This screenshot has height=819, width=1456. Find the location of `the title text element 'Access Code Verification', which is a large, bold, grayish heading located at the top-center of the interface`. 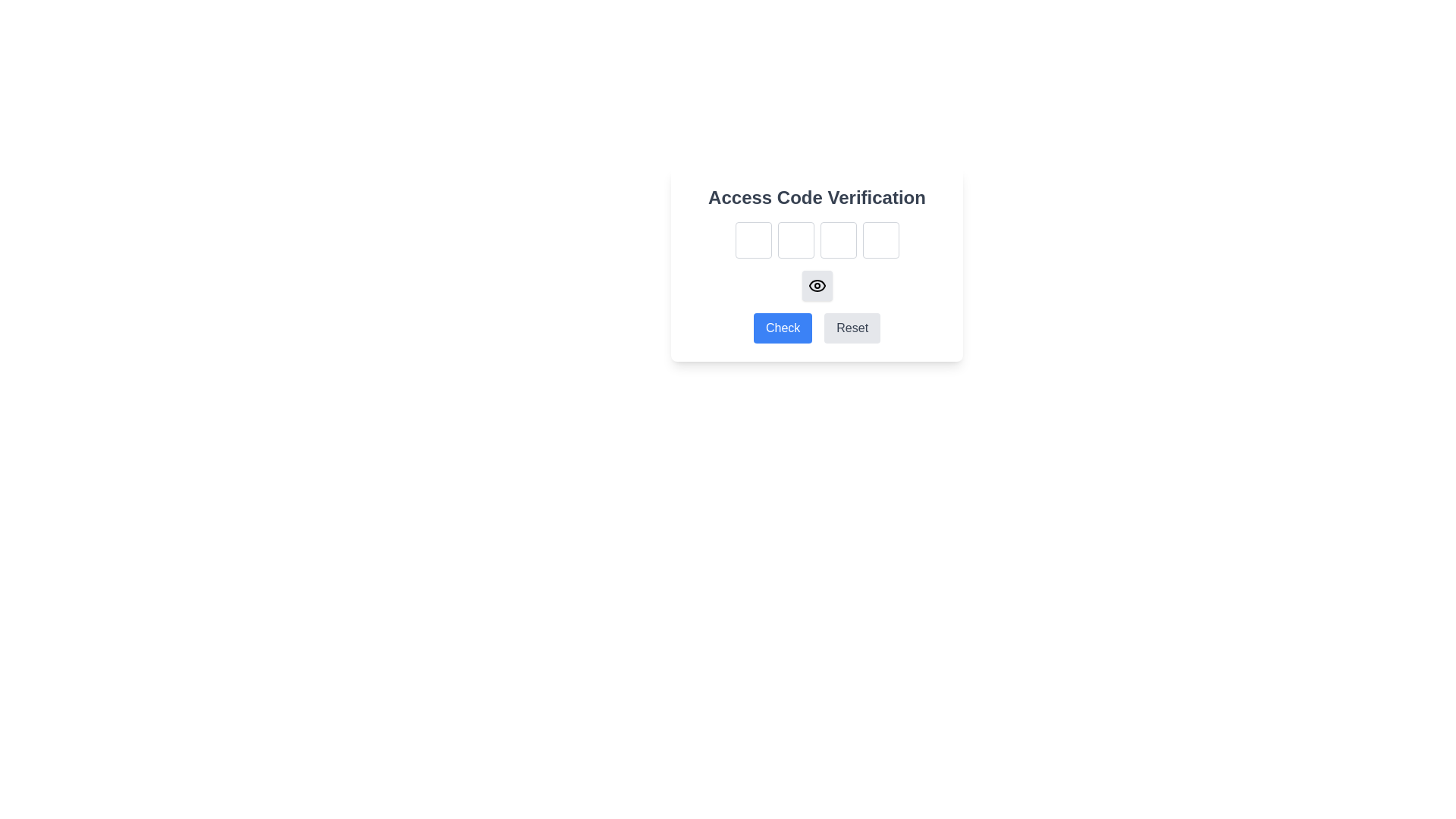

the title text element 'Access Code Verification', which is a large, bold, grayish heading located at the top-center of the interface is located at coordinates (816, 197).